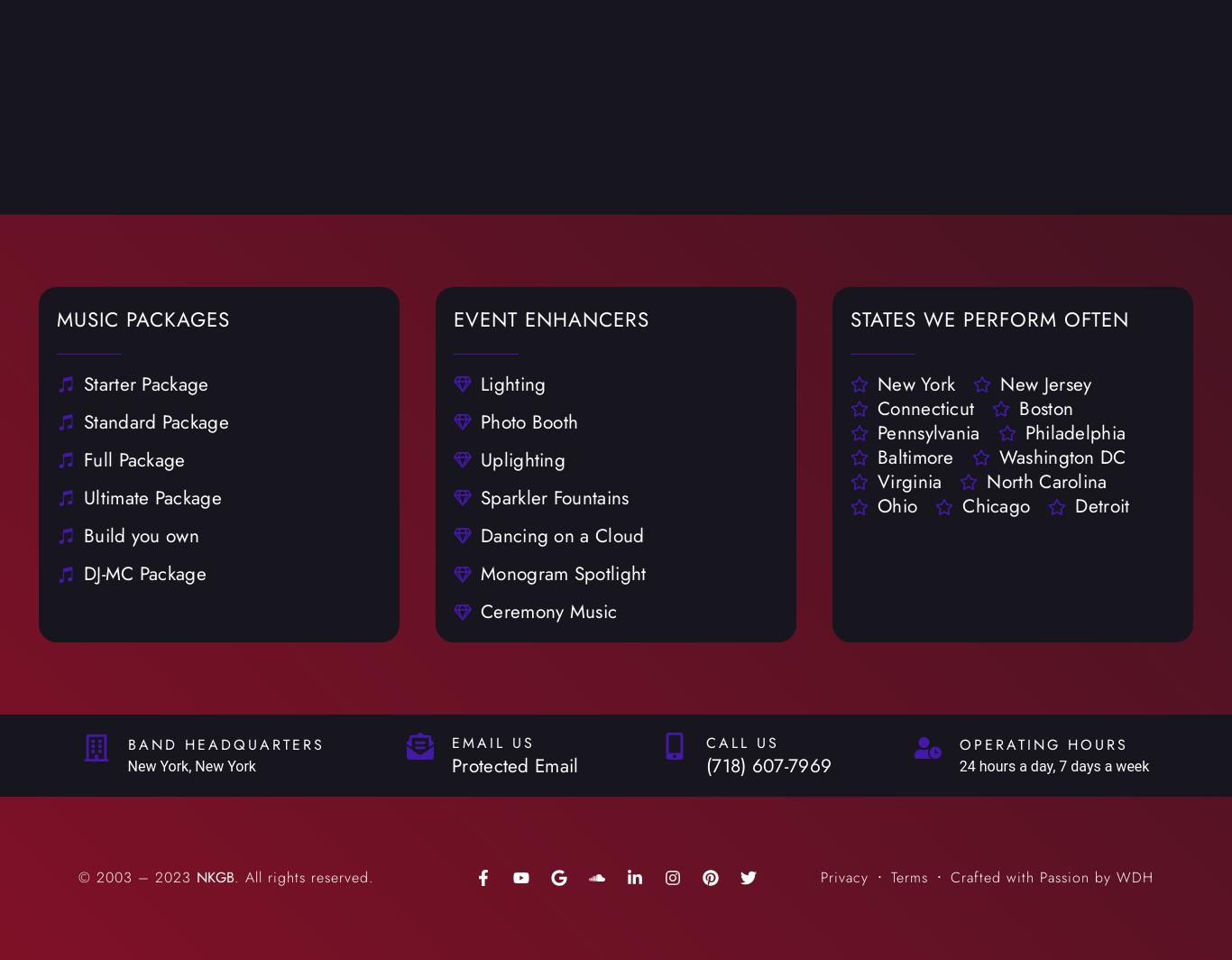 Image resolution: width=1232 pixels, height=960 pixels. I want to click on 'Washington DC', so click(998, 457).